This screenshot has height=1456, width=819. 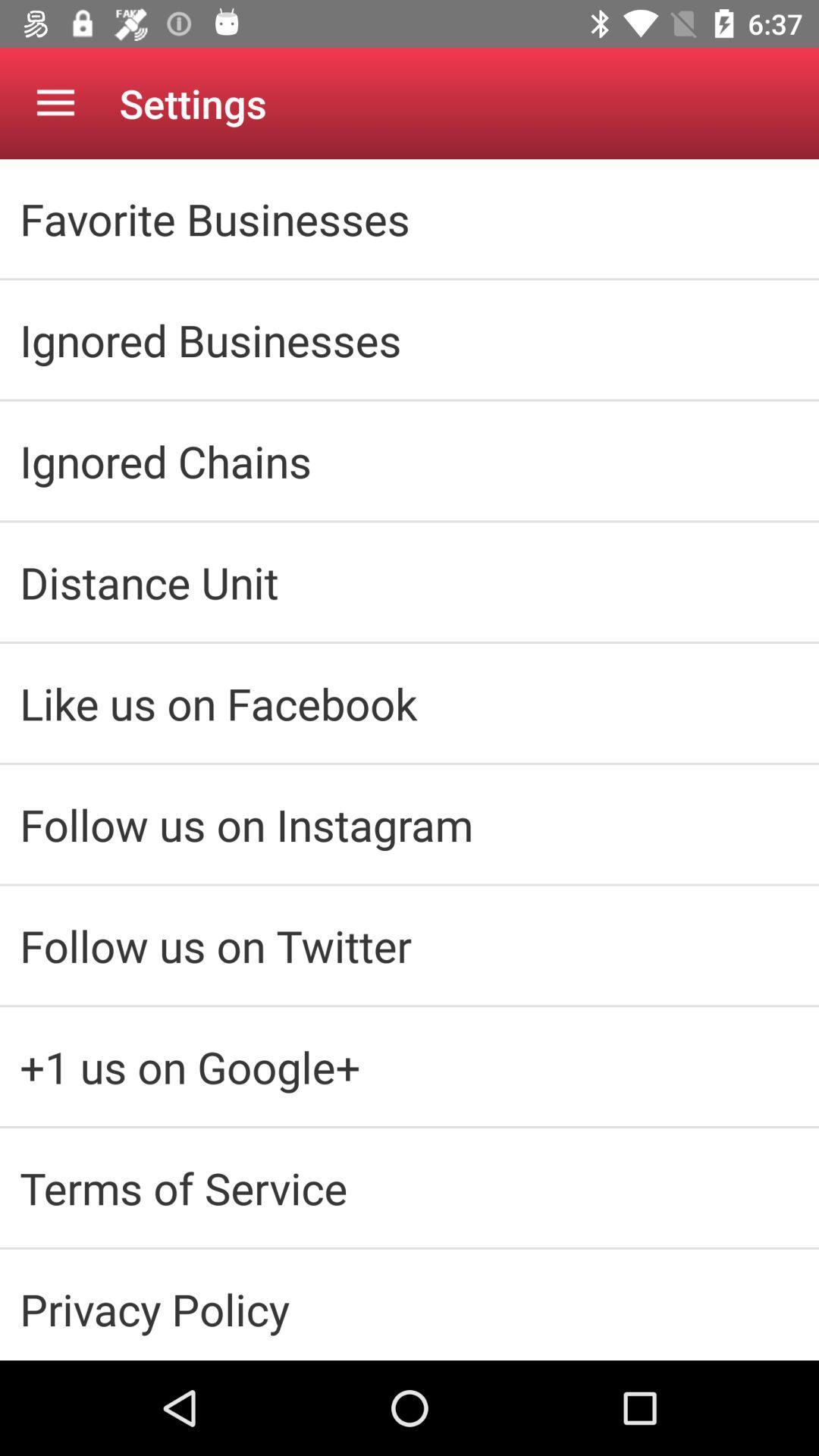 What do you see at coordinates (409, 581) in the screenshot?
I see `item below ignored chains icon` at bounding box center [409, 581].